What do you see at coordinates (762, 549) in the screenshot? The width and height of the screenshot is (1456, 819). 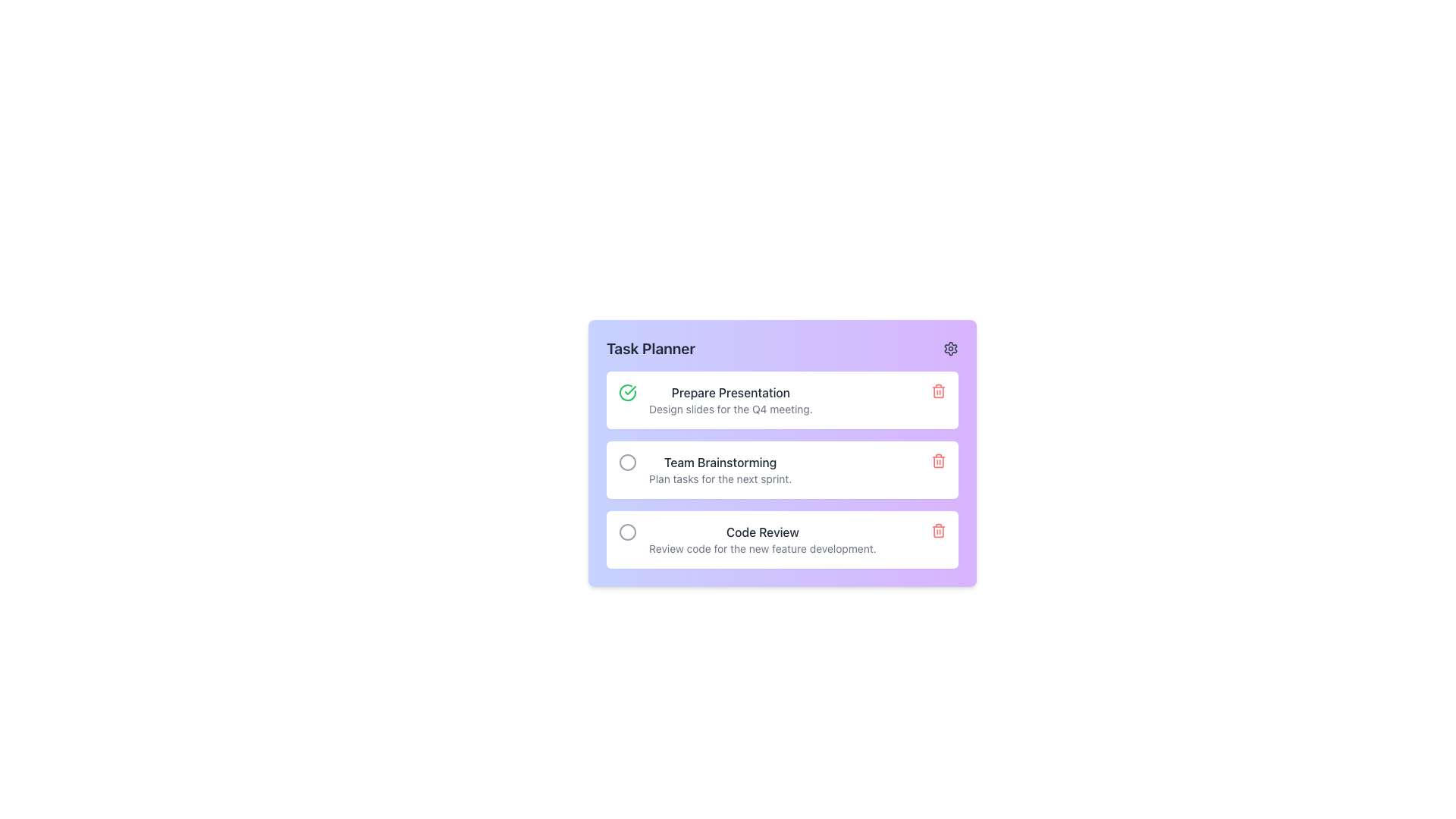 I see `detailed information text located at the lower part of the card labeled 'Code Review', which is the third task entry from the top of the task planner interface` at bounding box center [762, 549].